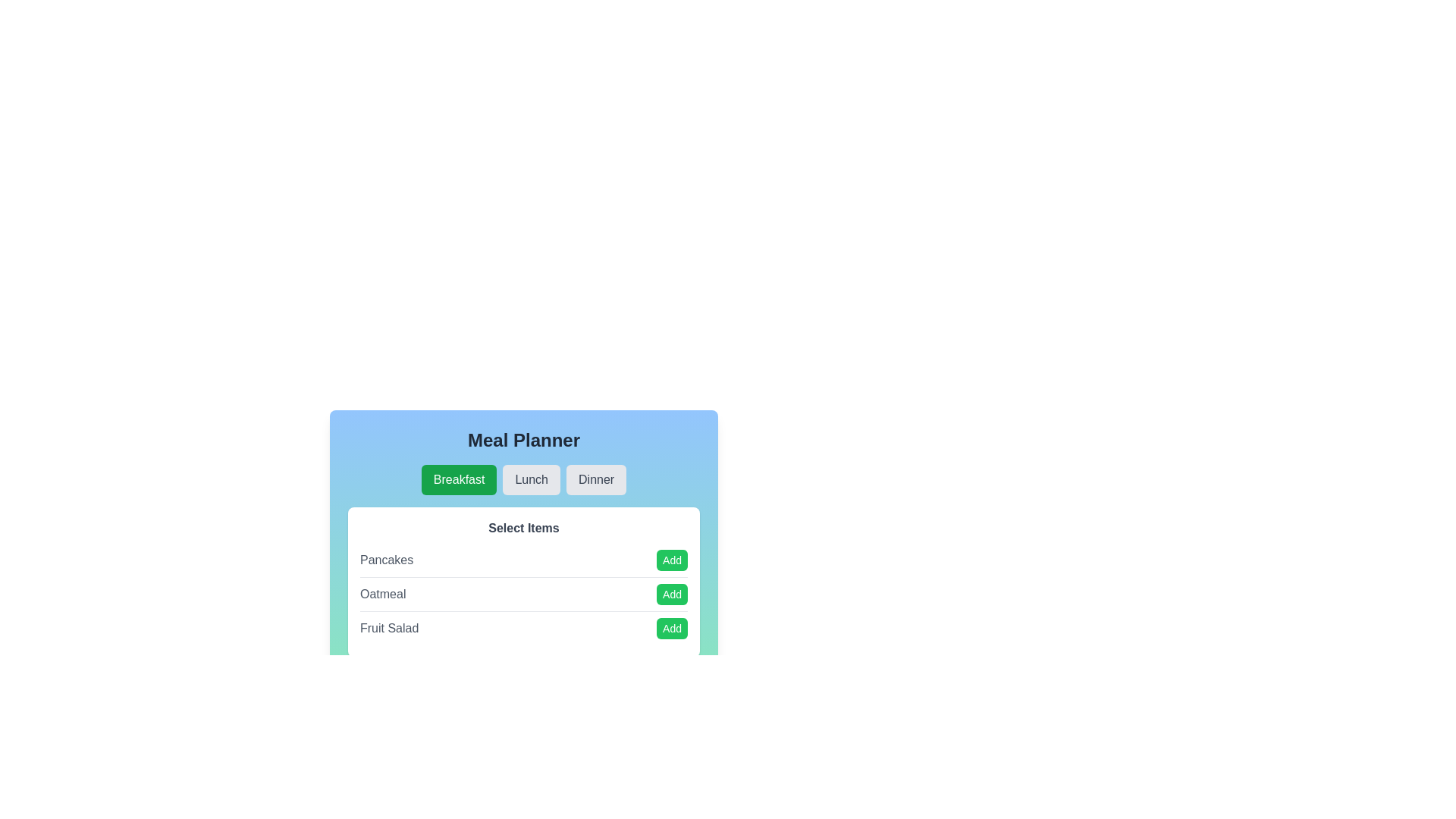  What do you see at coordinates (671, 593) in the screenshot?
I see `the green 'Add' button with rounded corners located to the right of the 'Oatmeal' item in the vertical list` at bounding box center [671, 593].